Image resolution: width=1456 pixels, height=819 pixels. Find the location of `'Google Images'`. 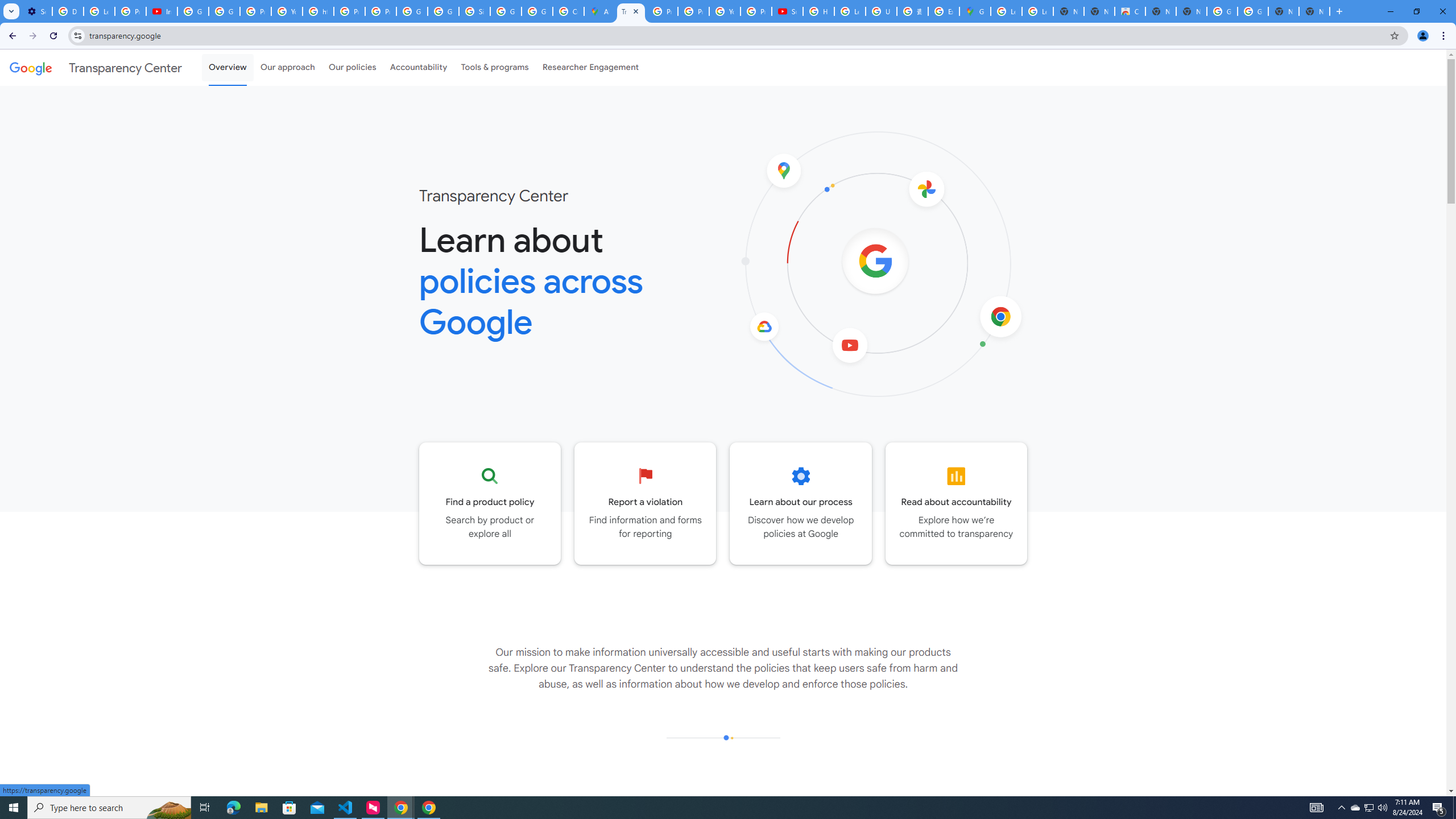

'Google Images' is located at coordinates (1222, 11).